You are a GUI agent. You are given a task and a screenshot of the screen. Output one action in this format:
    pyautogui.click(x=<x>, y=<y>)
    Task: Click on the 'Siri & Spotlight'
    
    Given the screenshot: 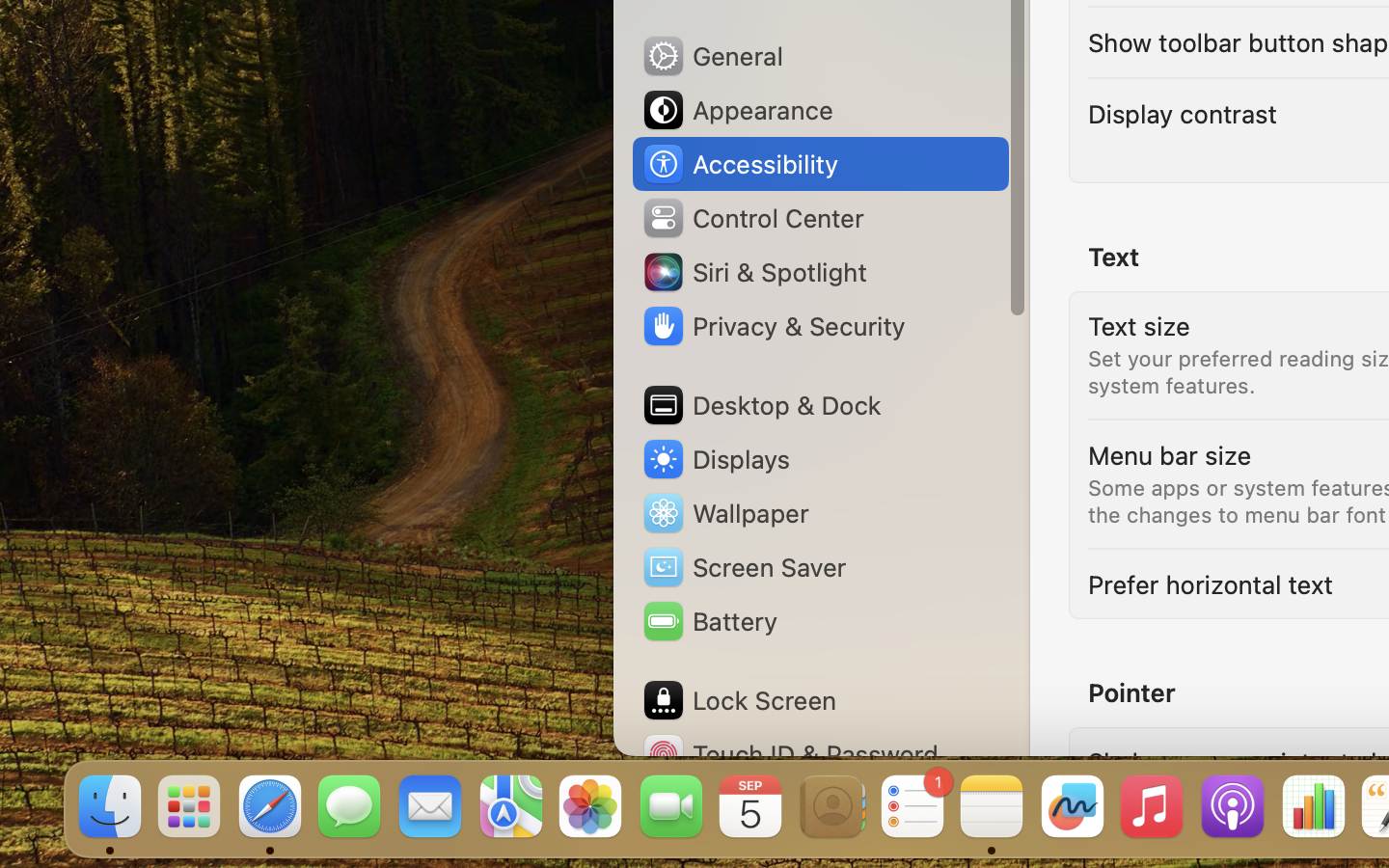 What is the action you would take?
    pyautogui.click(x=753, y=270)
    